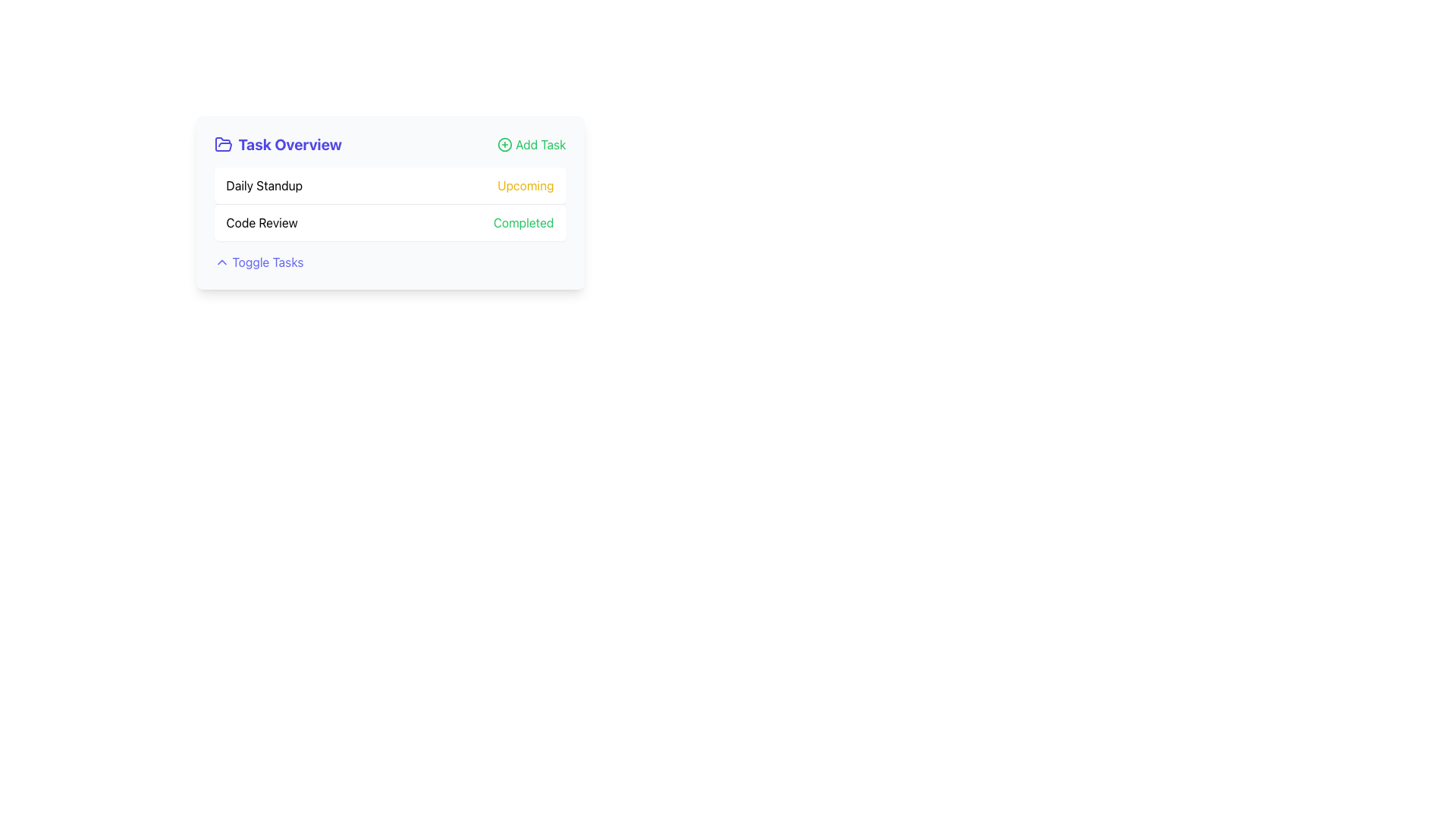  Describe the element at coordinates (526, 185) in the screenshot. I see `the Static Text Label displaying 'Upcoming' styled in yellow, located to the right of 'Daily Standup' in the 'Task Overview' section` at that location.